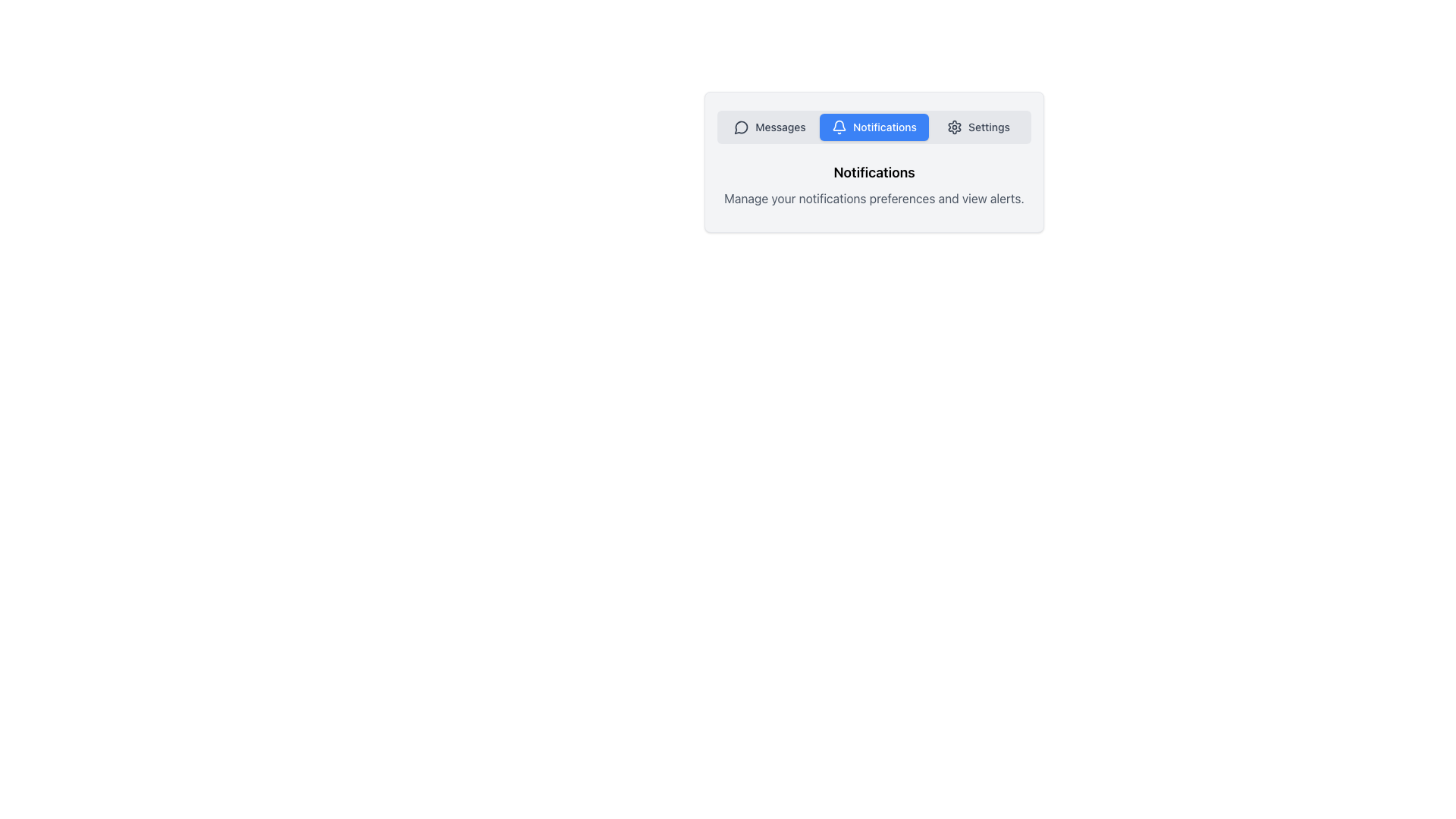 The image size is (1456, 819). Describe the element at coordinates (953, 127) in the screenshot. I see `the mechanical gear icon representing the settings feature, which is located in the center of the 'Settings' button in the navigation bar` at that location.